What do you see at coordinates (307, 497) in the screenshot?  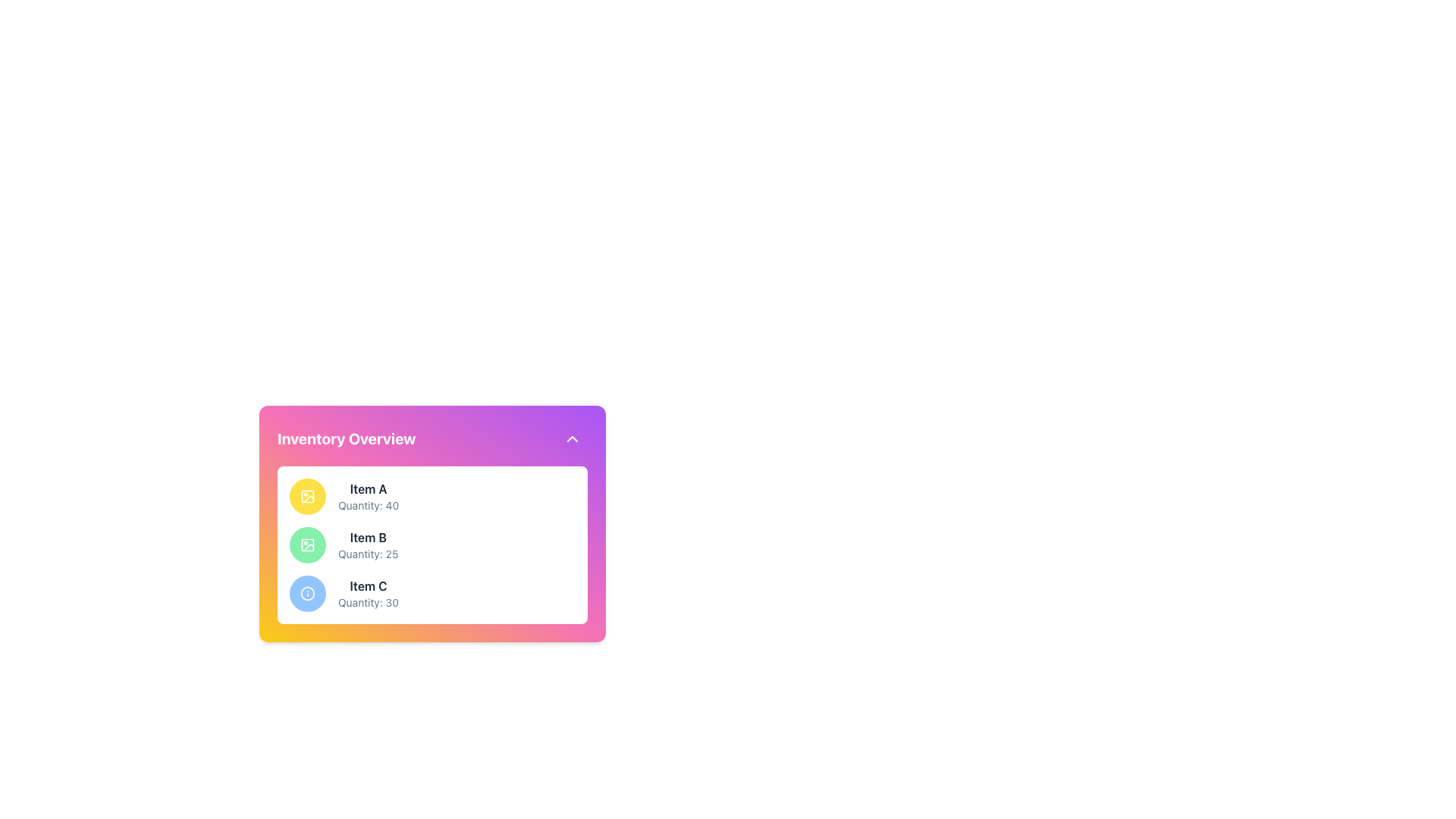 I see `the yellow square with rounded corners that is part of the colored circle icon to the left of the list item labeled 'Item A' in the Inventory Overview panel` at bounding box center [307, 497].